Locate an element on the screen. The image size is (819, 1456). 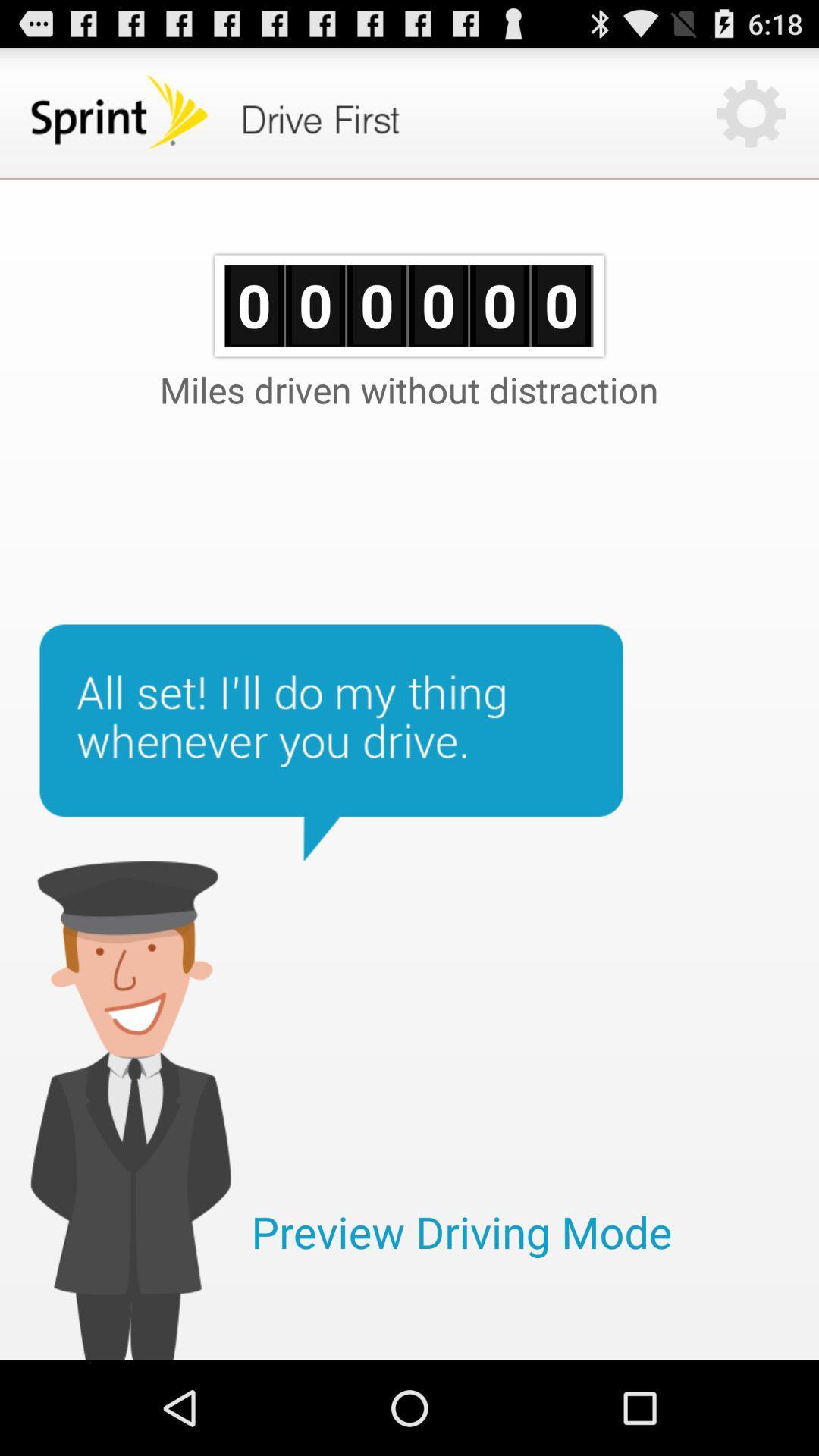
the preview driving mode item is located at coordinates (461, 1232).